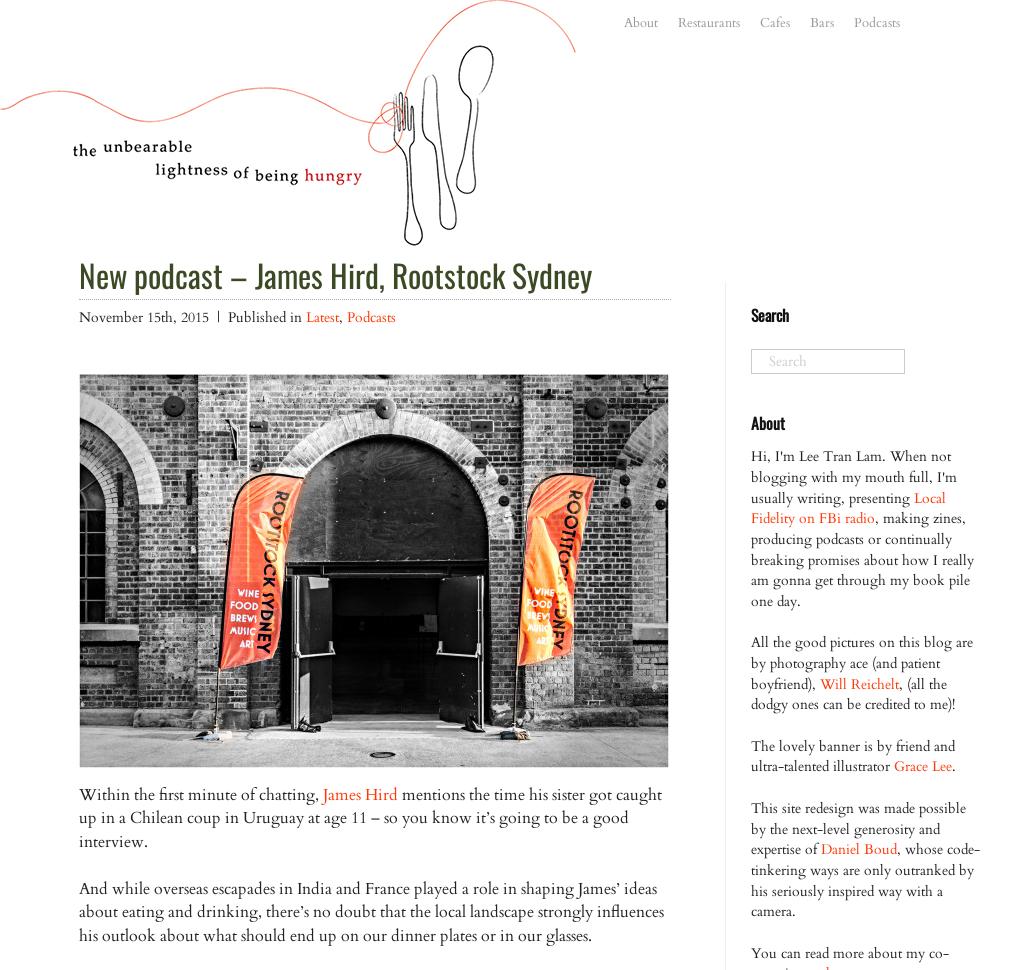 The width and height of the screenshot is (1013, 970). What do you see at coordinates (767, 422) in the screenshot?
I see `'About'` at bounding box center [767, 422].